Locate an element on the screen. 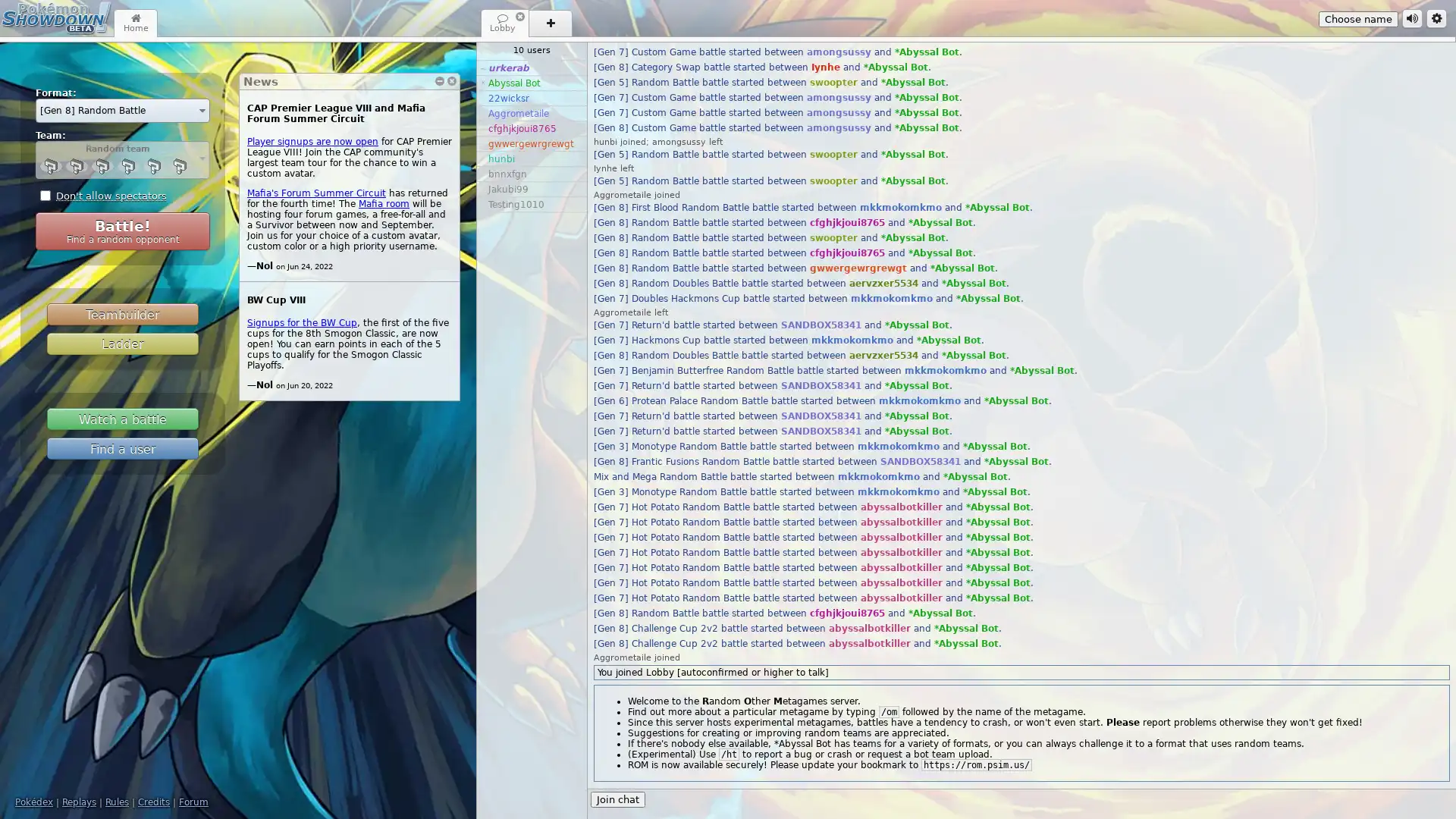  gwwergewrgrewgt is located at coordinates (532, 143).